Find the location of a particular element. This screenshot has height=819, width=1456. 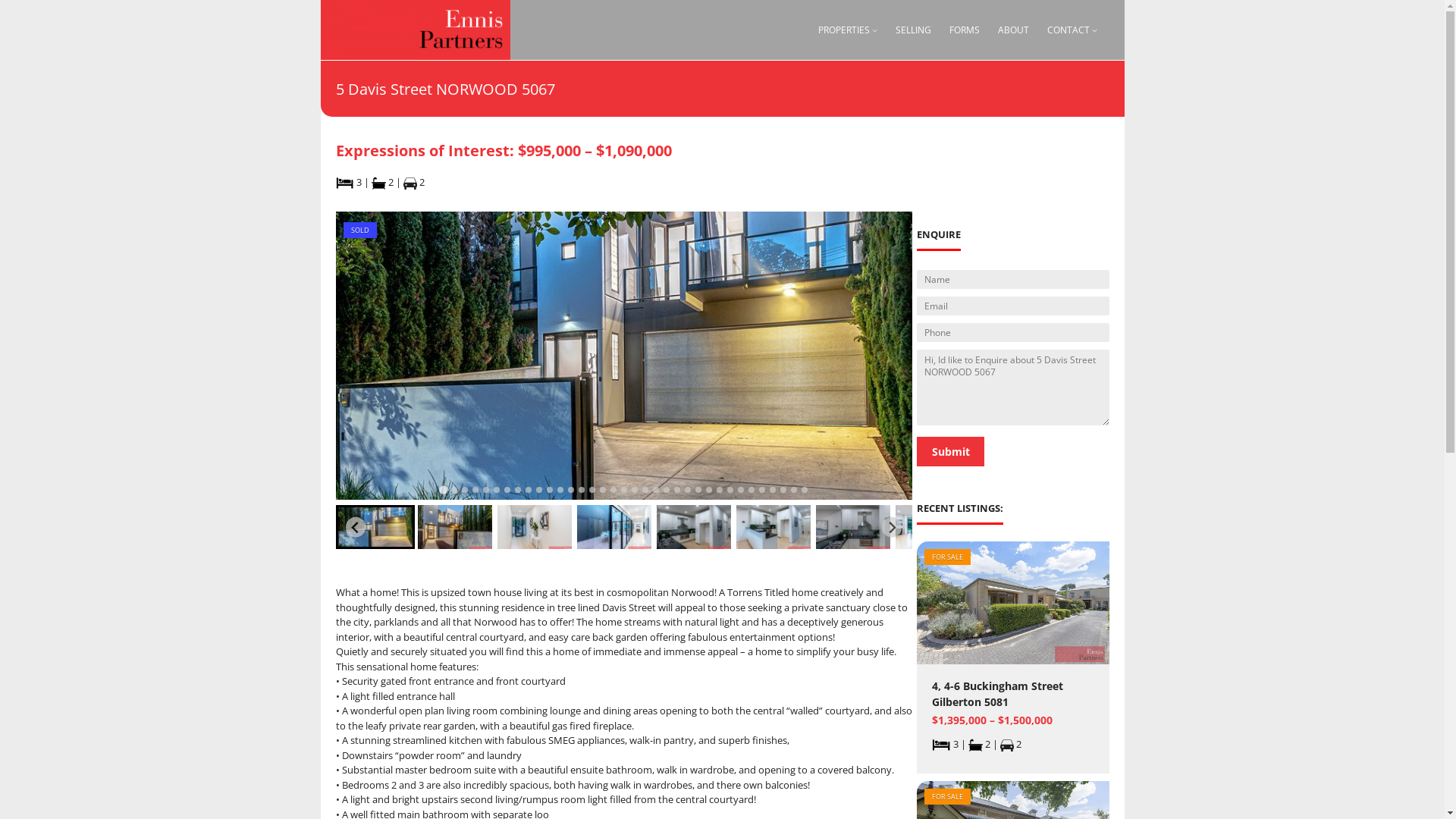

'FORMS' is located at coordinates (949, 30).